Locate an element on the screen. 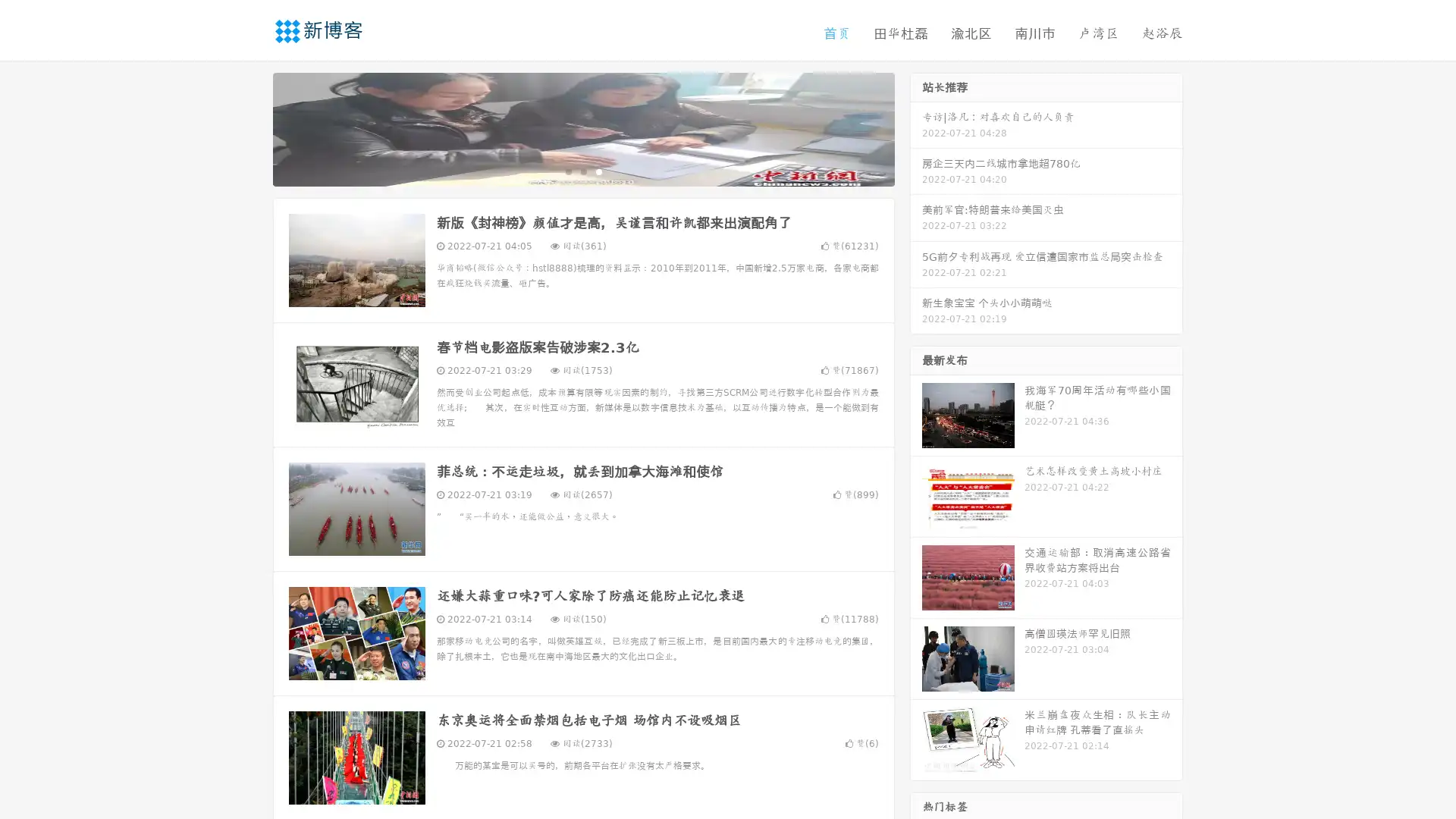 This screenshot has height=819, width=1456. Go to slide 3 is located at coordinates (598, 171).